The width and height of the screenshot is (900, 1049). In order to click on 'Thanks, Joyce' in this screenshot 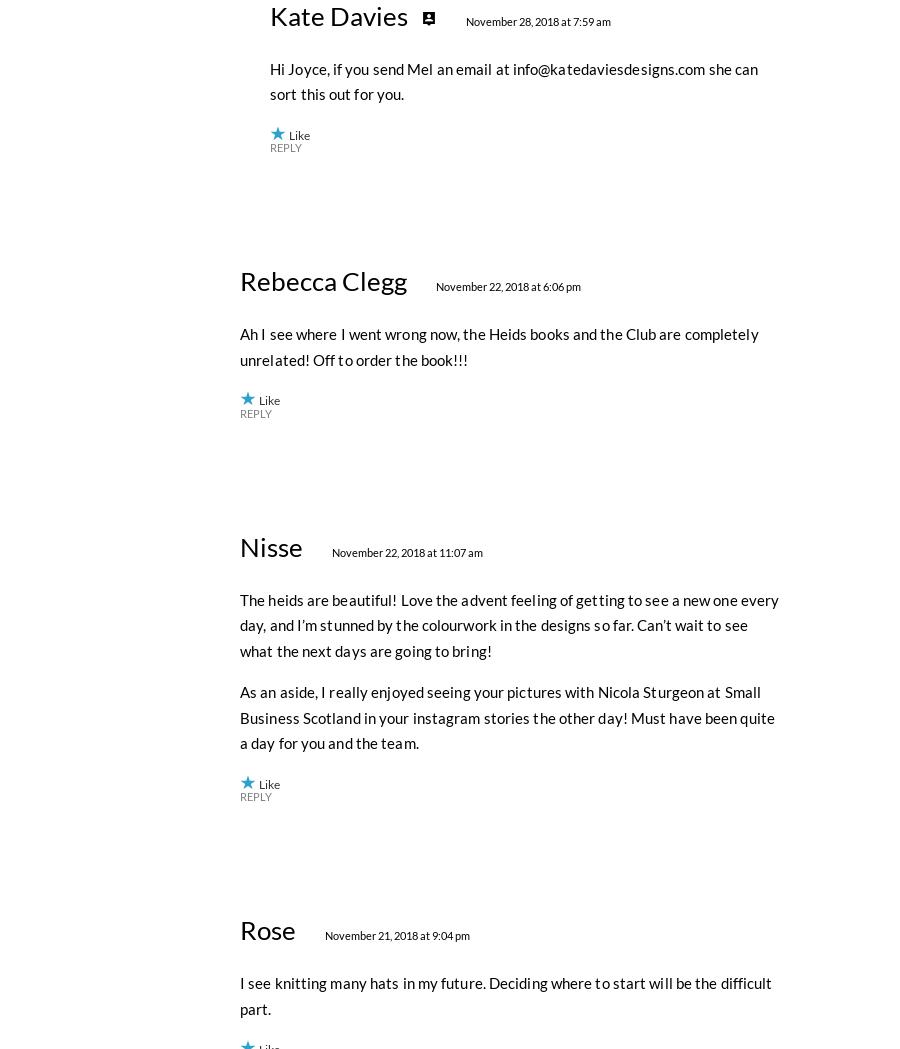, I will do `click(285, 182)`.